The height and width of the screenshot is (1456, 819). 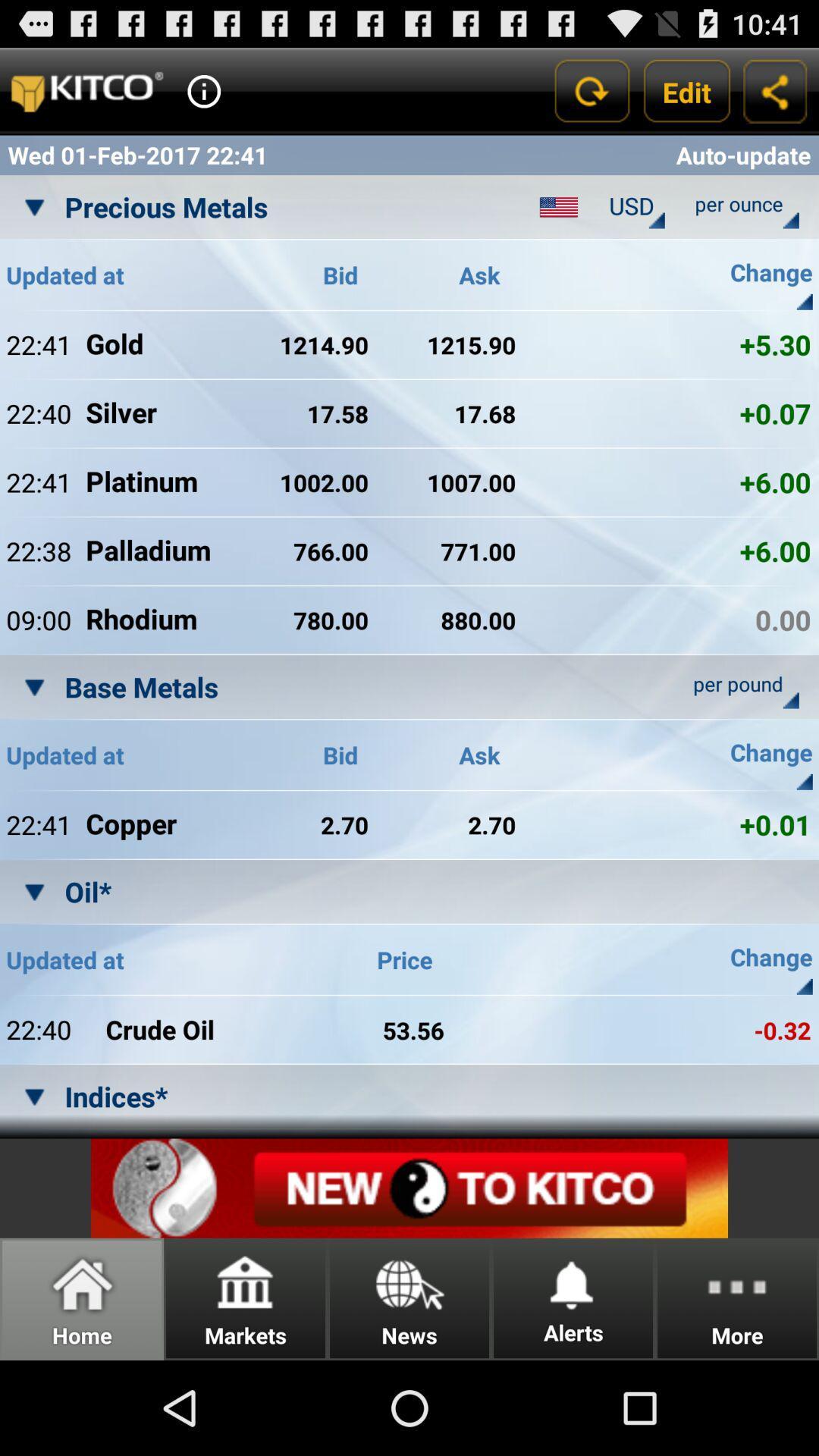 What do you see at coordinates (203, 90) in the screenshot?
I see `more information` at bounding box center [203, 90].